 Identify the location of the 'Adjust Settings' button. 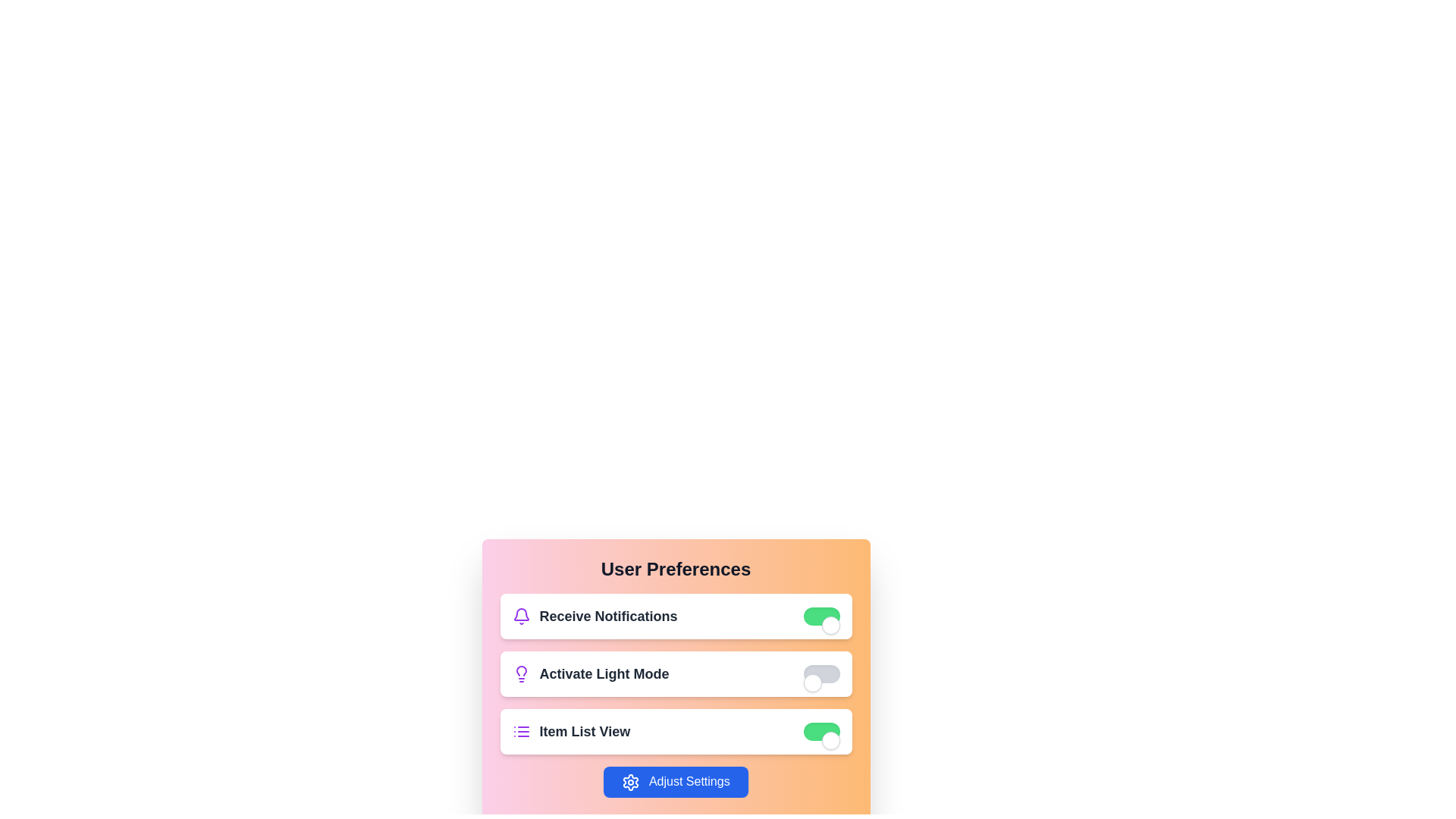
(675, 782).